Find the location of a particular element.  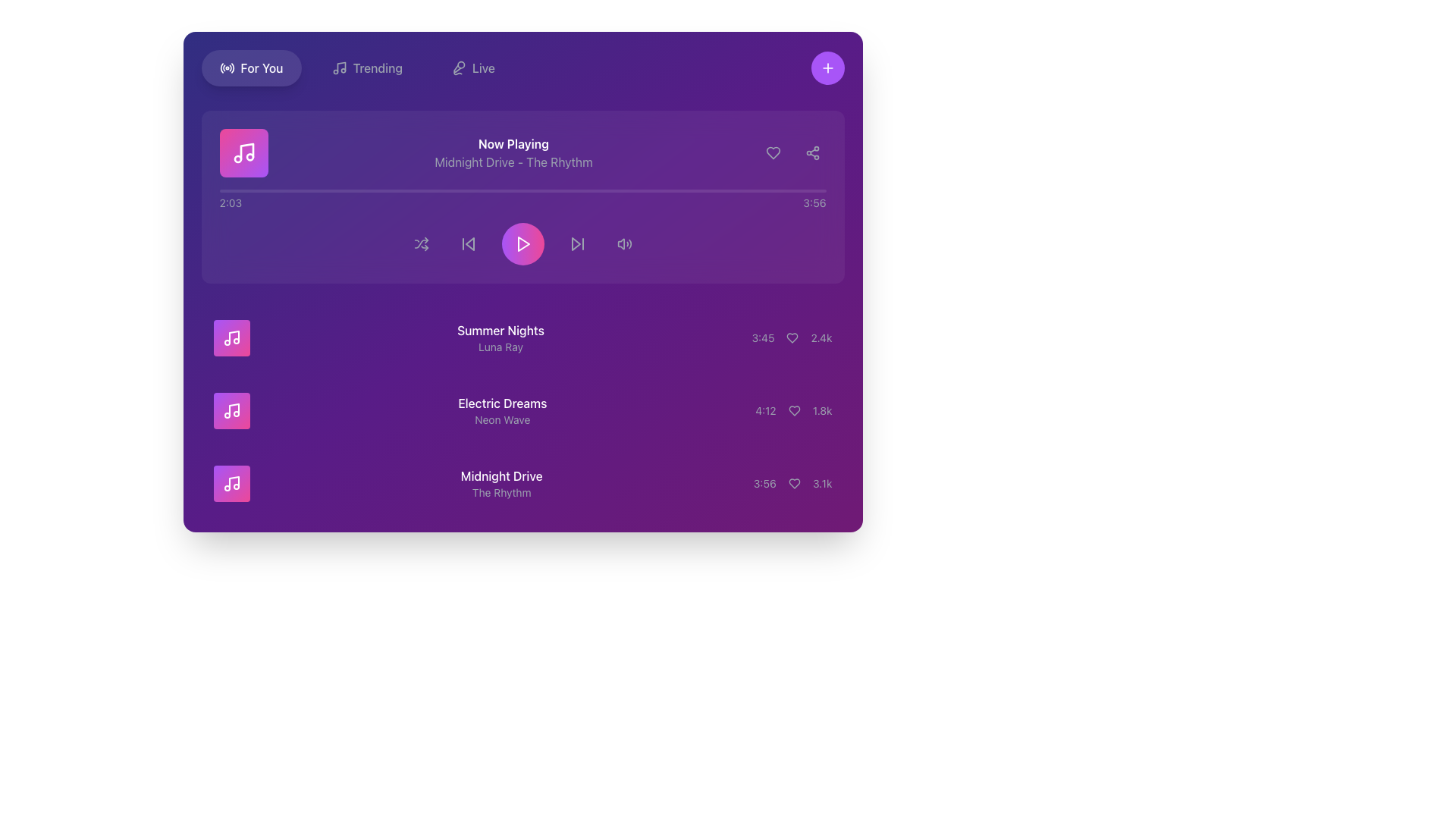

the share icon in the top-right section of the 'Now Playing' box is located at coordinates (811, 152).